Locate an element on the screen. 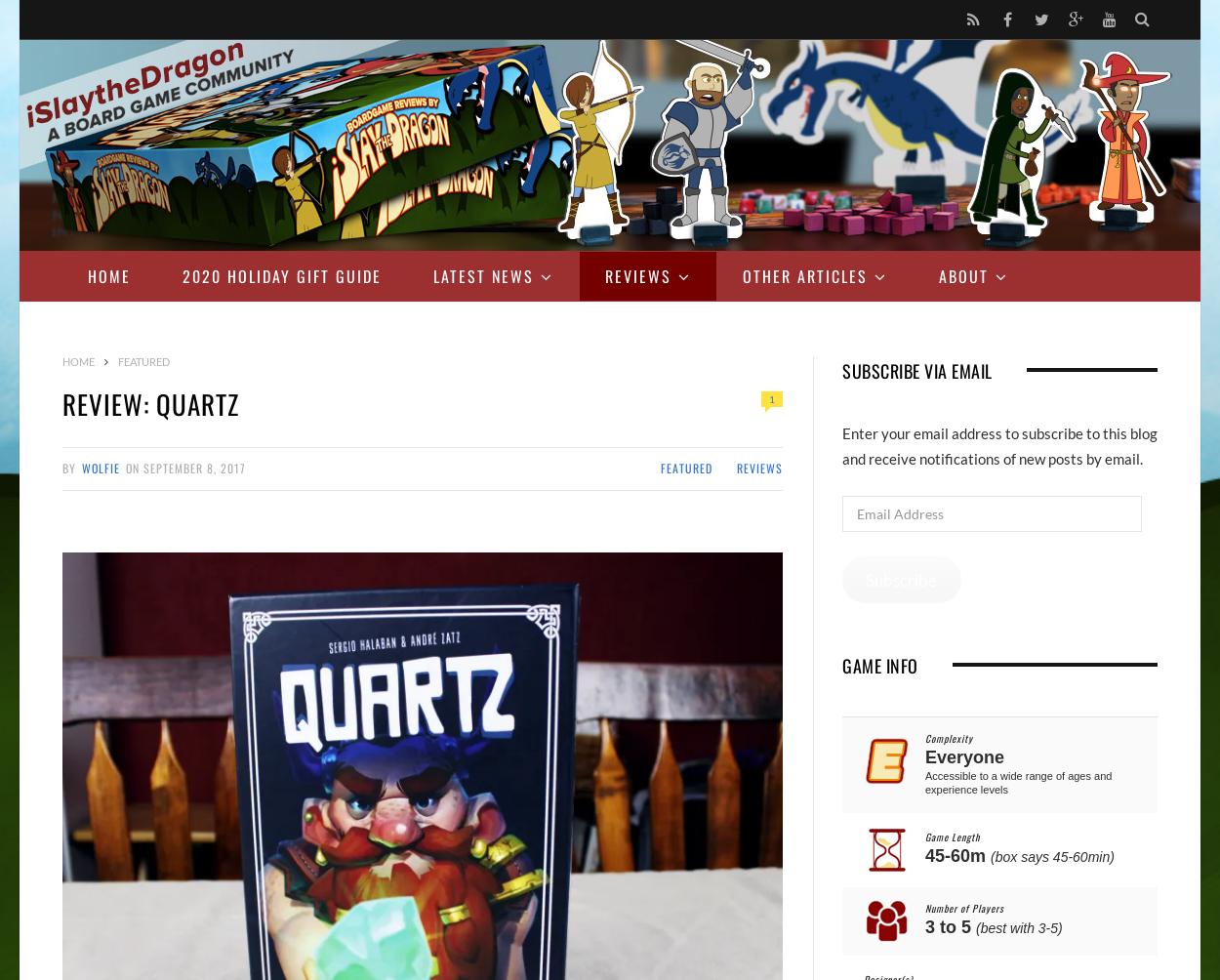 This screenshot has height=980, width=1220. 'Game Length' is located at coordinates (952, 836).